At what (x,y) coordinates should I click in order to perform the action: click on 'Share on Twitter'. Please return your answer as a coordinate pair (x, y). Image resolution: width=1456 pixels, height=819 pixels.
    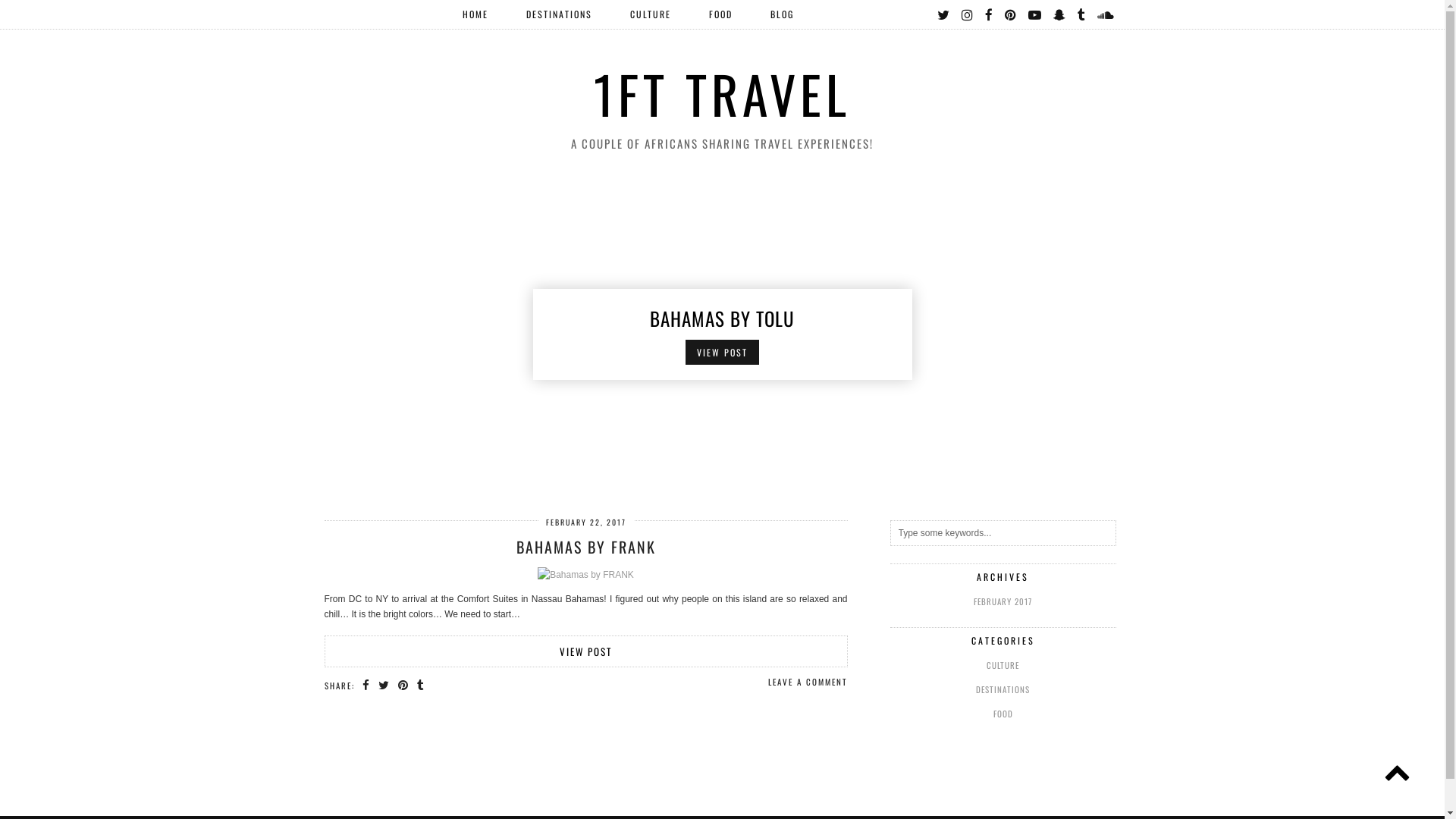
    Looking at the image, I should click on (383, 684).